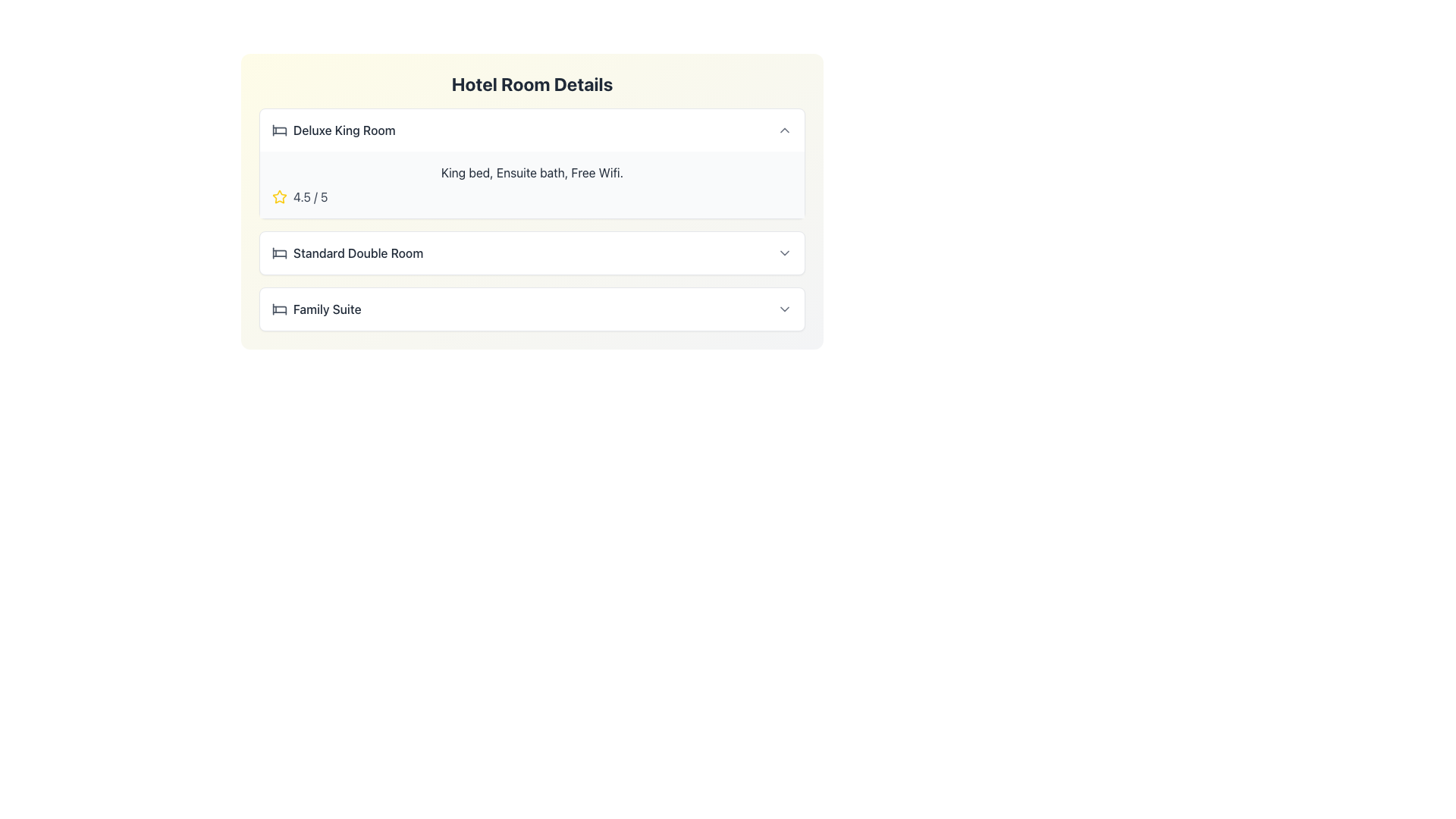  Describe the element at coordinates (315, 309) in the screenshot. I see `to select the 'Family Suite' room type option in the hotel room selection interface, which is the third item in the list below 'Deluxe King Room' and 'Standard Double Room'` at that location.